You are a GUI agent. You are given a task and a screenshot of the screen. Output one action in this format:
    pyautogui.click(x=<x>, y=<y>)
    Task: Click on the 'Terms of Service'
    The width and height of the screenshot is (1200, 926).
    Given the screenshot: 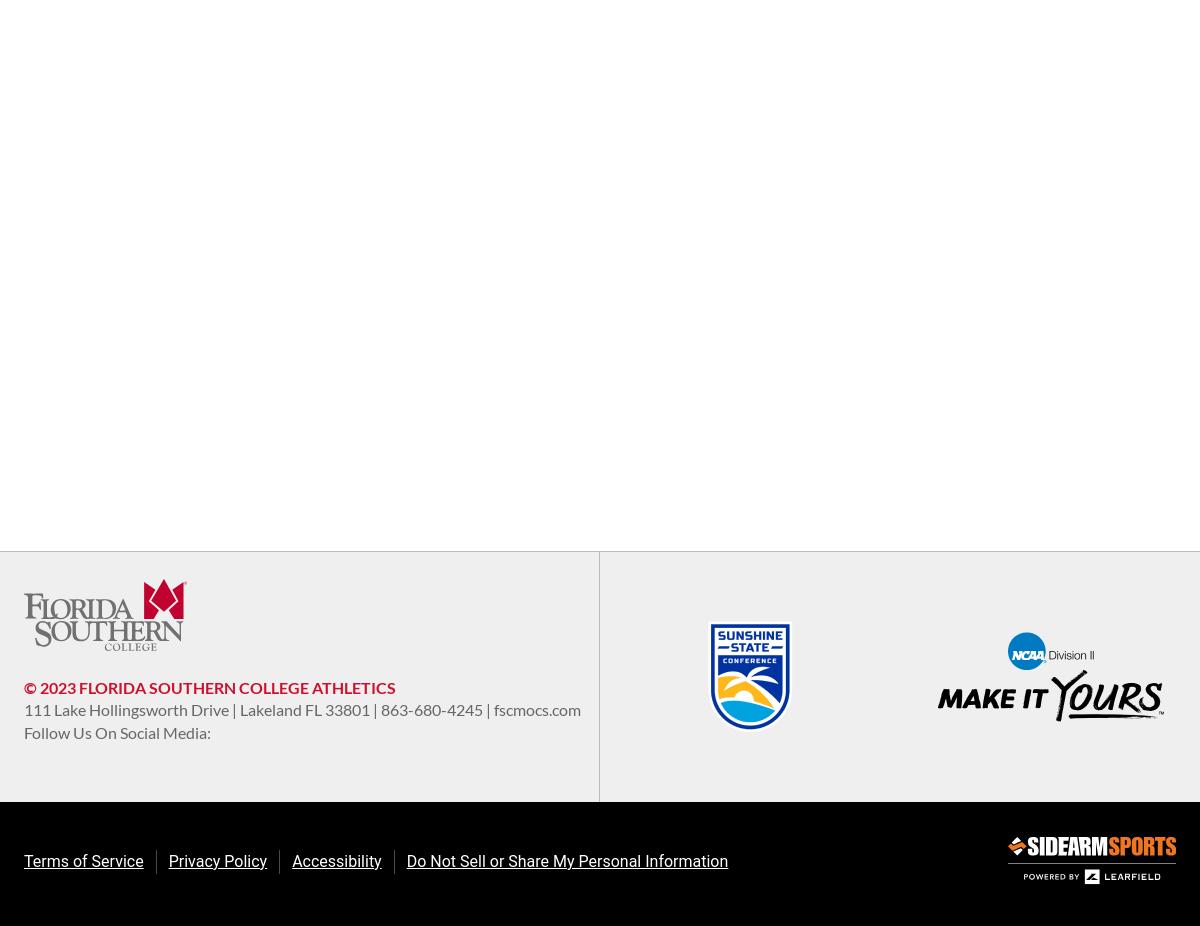 What is the action you would take?
    pyautogui.click(x=83, y=861)
    